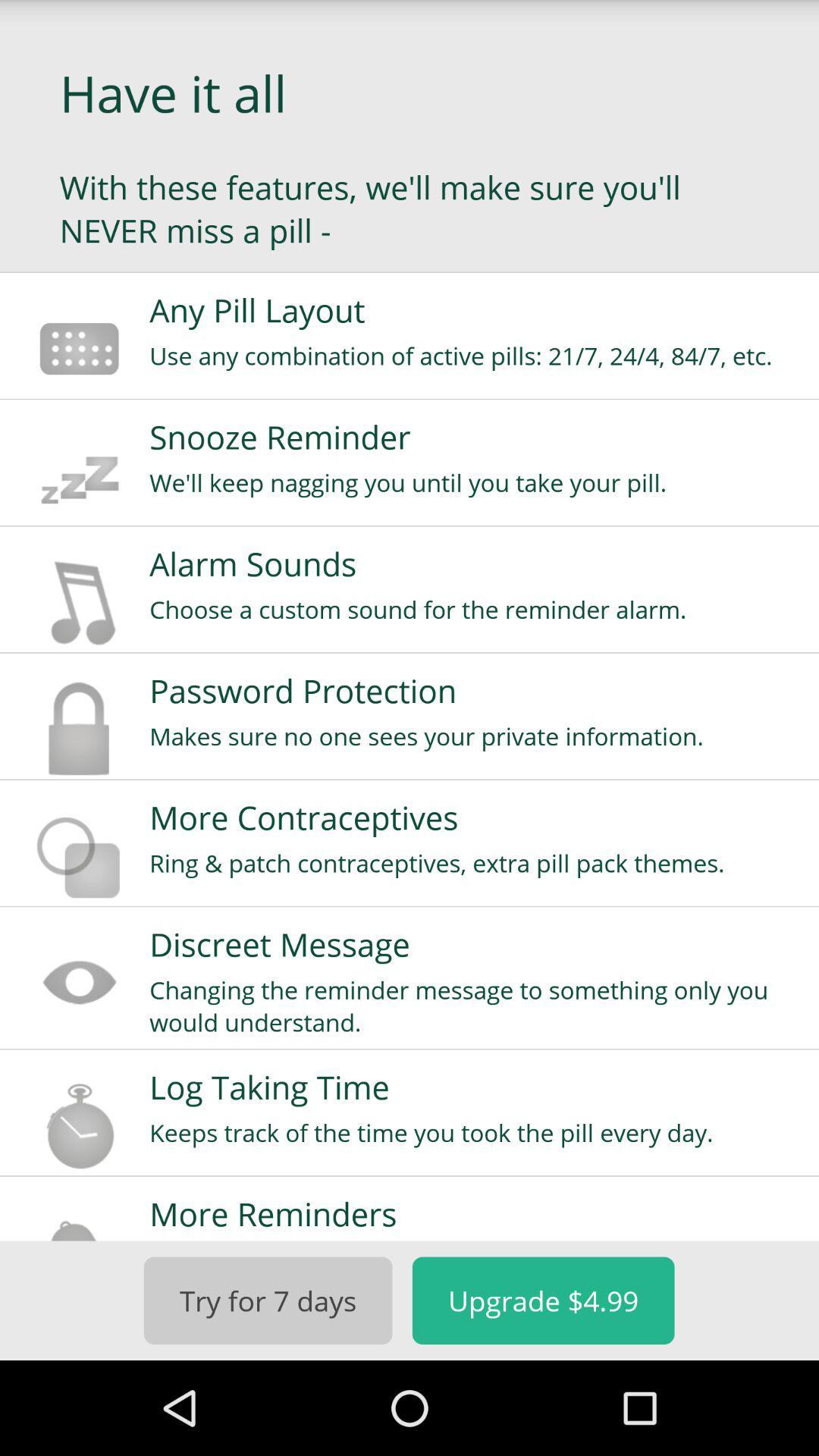 Image resolution: width=819 pixels, height=1456 pixels. What do you see at coordinates (473, 563) in the screenshot?
I see `the icon above the choose a custom item` at bounding box center [473, 563].